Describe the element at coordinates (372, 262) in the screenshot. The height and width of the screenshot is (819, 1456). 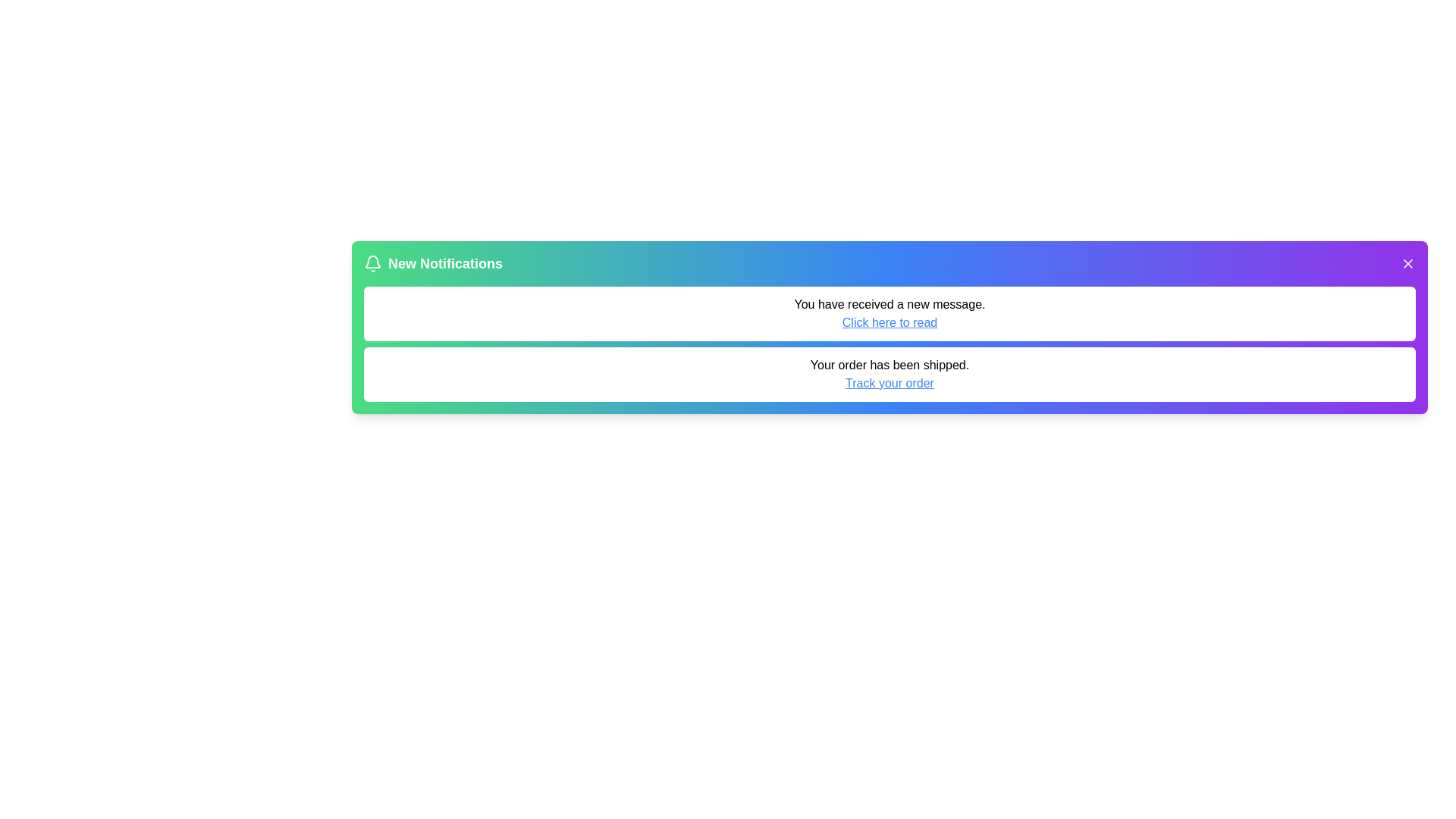
I see `the state of the bell icon located at the top-left corner of the notification panel, which serves as an indicator for new notifications` at that location.